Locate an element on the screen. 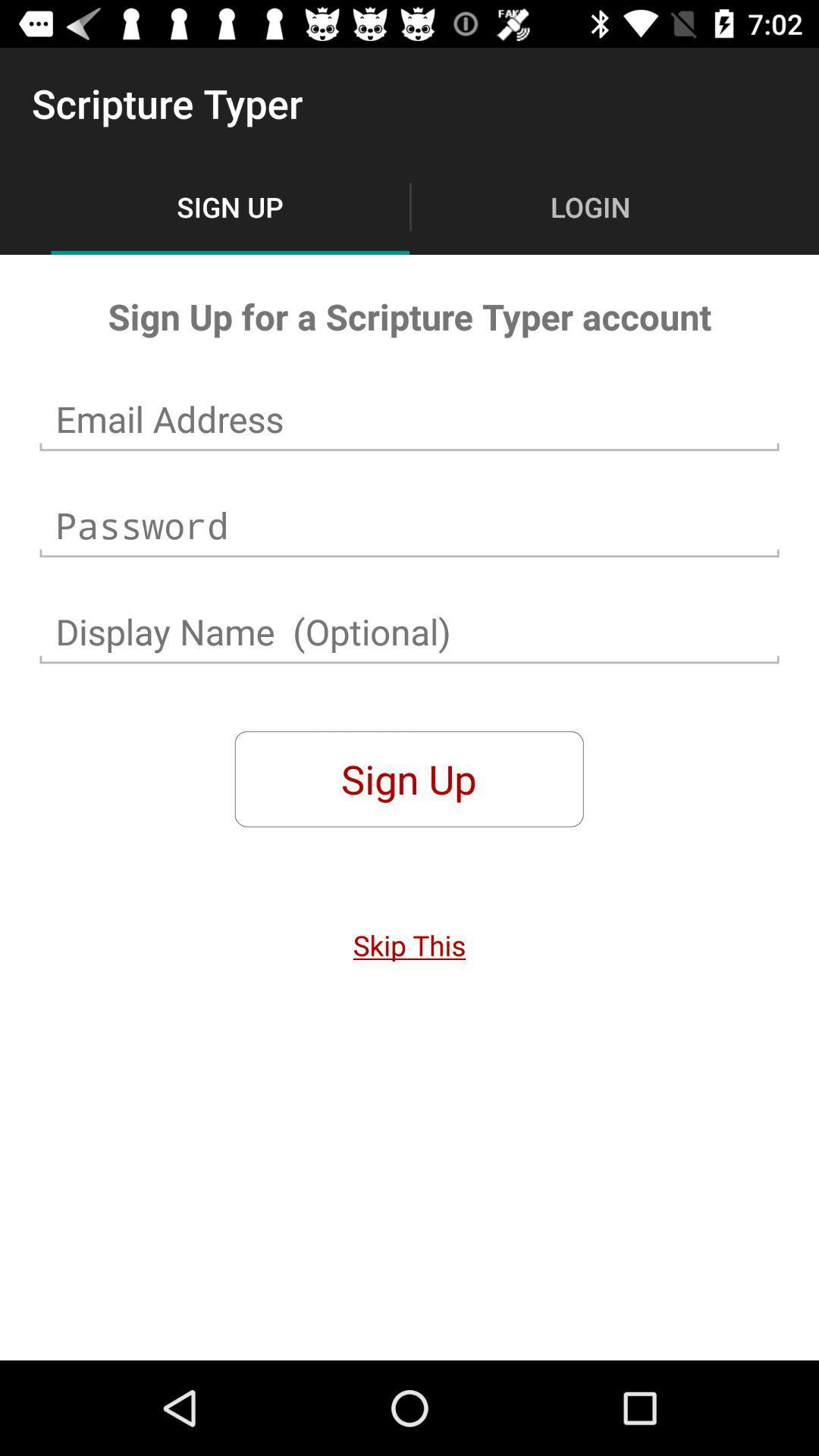 This screenshot has width=819, height=1456. display name you would like for your new account not manditory is located at coordinates (409, 632).